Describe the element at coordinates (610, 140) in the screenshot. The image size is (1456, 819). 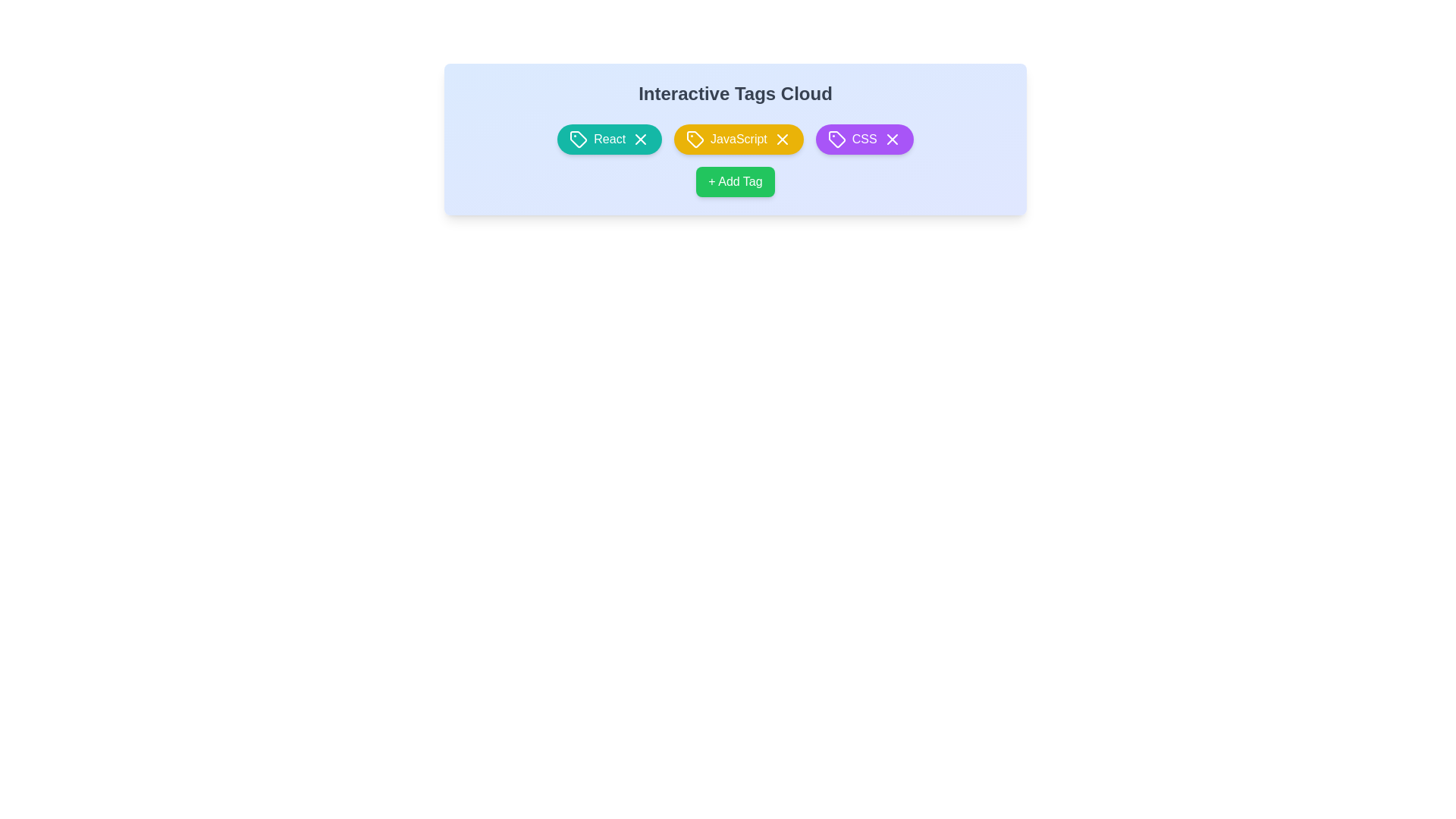
I see `the tag labeled React` at that location.